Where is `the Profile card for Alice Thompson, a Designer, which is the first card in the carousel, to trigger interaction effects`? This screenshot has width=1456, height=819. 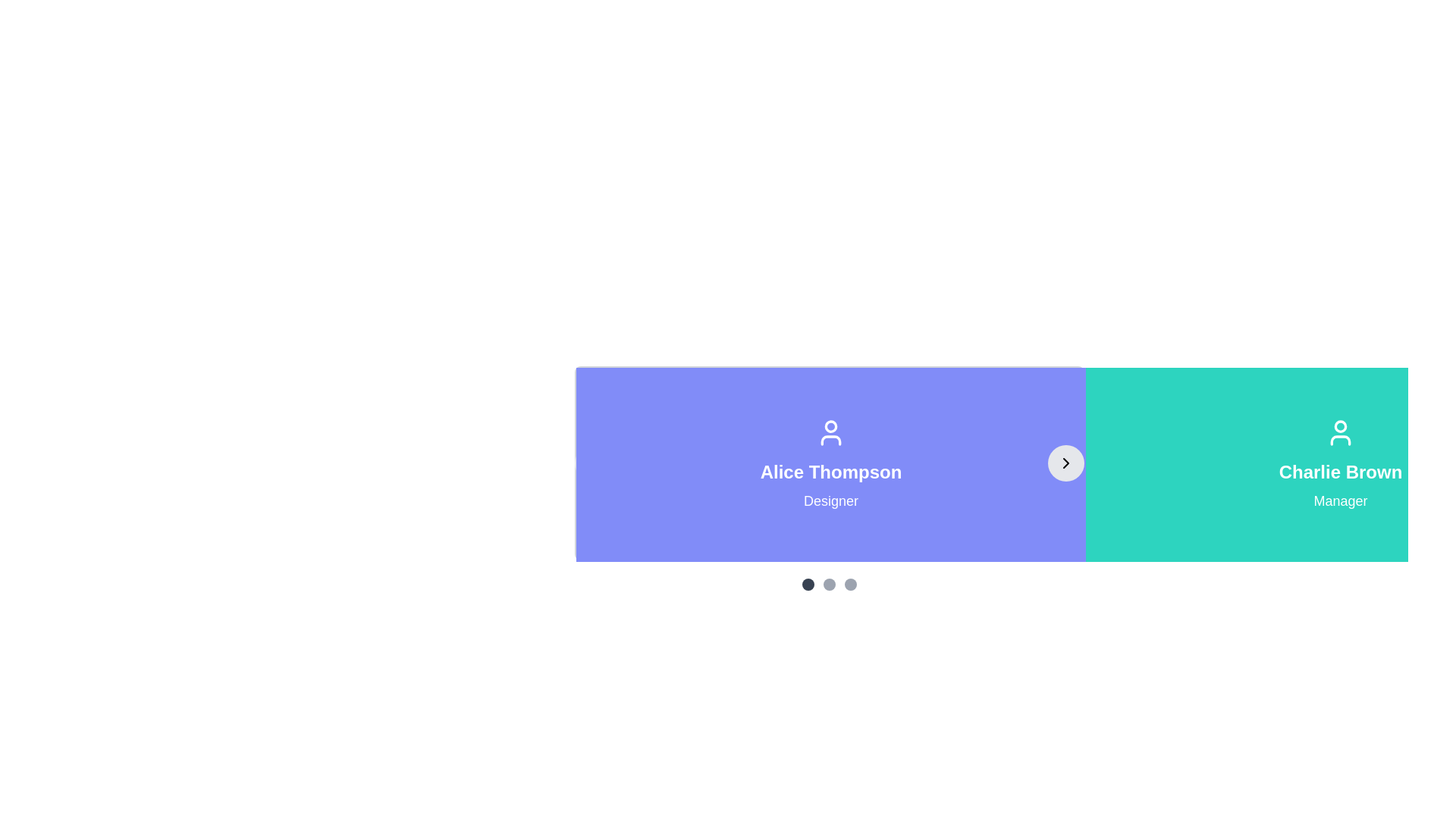
the Profile card for Alice Thompson, a Designer, which is the first card in the carousel, to trigger interaction effects is located at coordinates (830, 464).